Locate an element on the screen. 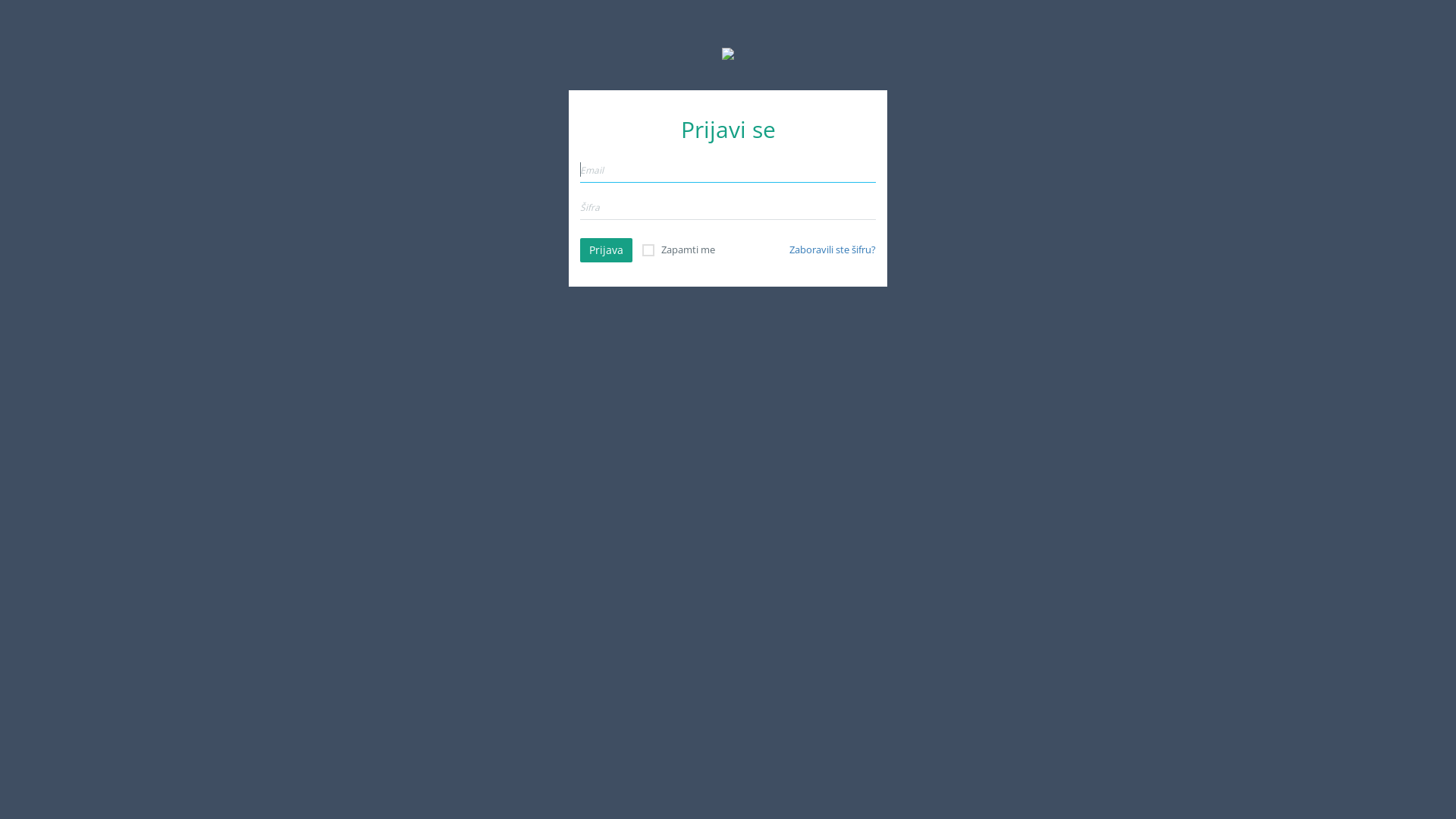 Image resolution: width=1456 pixels, height=819 pixels. 'Prijava' is located at coordinates (579, 249).